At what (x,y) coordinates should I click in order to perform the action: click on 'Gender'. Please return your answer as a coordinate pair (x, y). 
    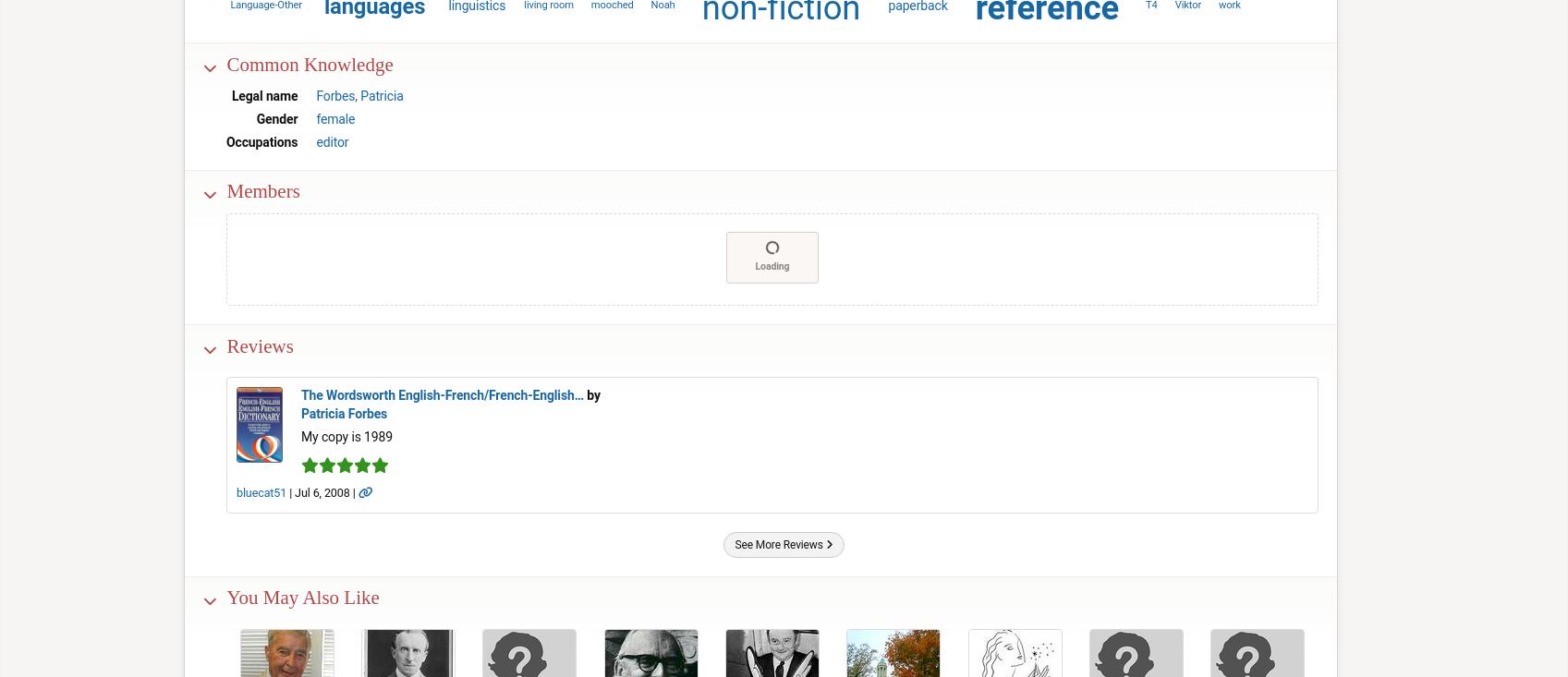
    Looking at the image, I should click on (275, 117).